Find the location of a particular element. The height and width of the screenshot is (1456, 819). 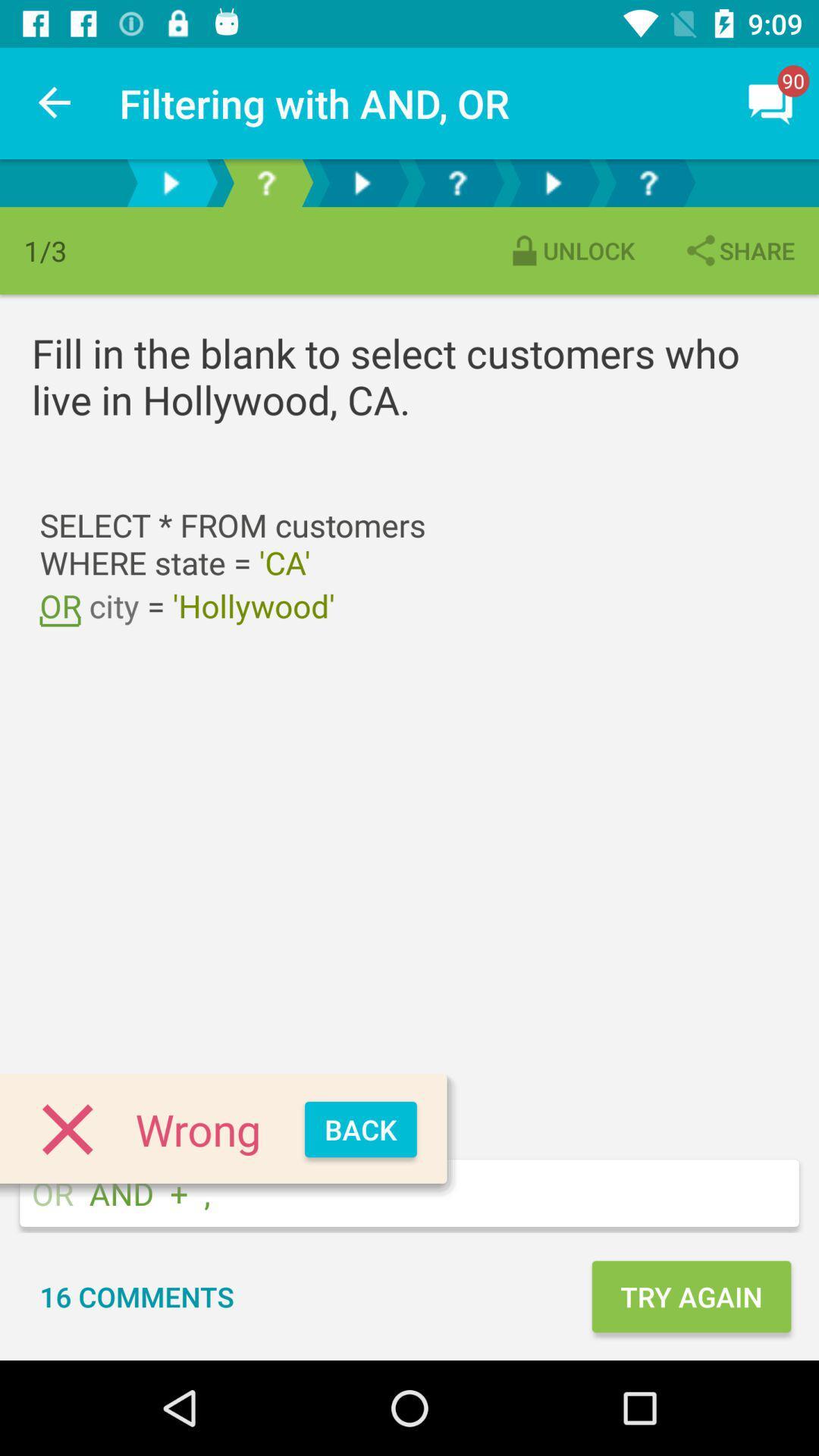

item to the right of 16 comments item is located at coordinates (691, 1295).